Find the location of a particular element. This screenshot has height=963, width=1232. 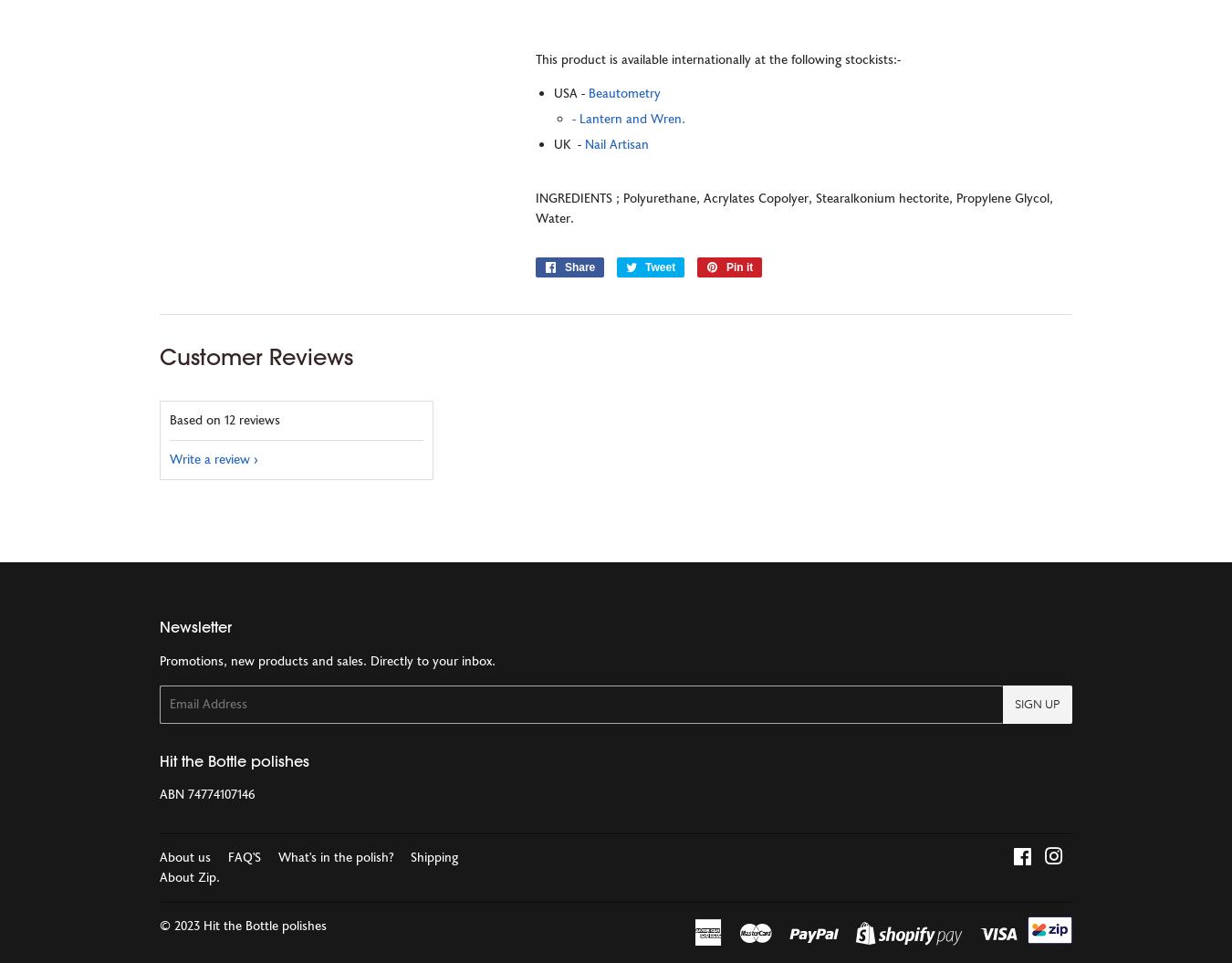

'Tweet' is located at coordinates (659, 267).